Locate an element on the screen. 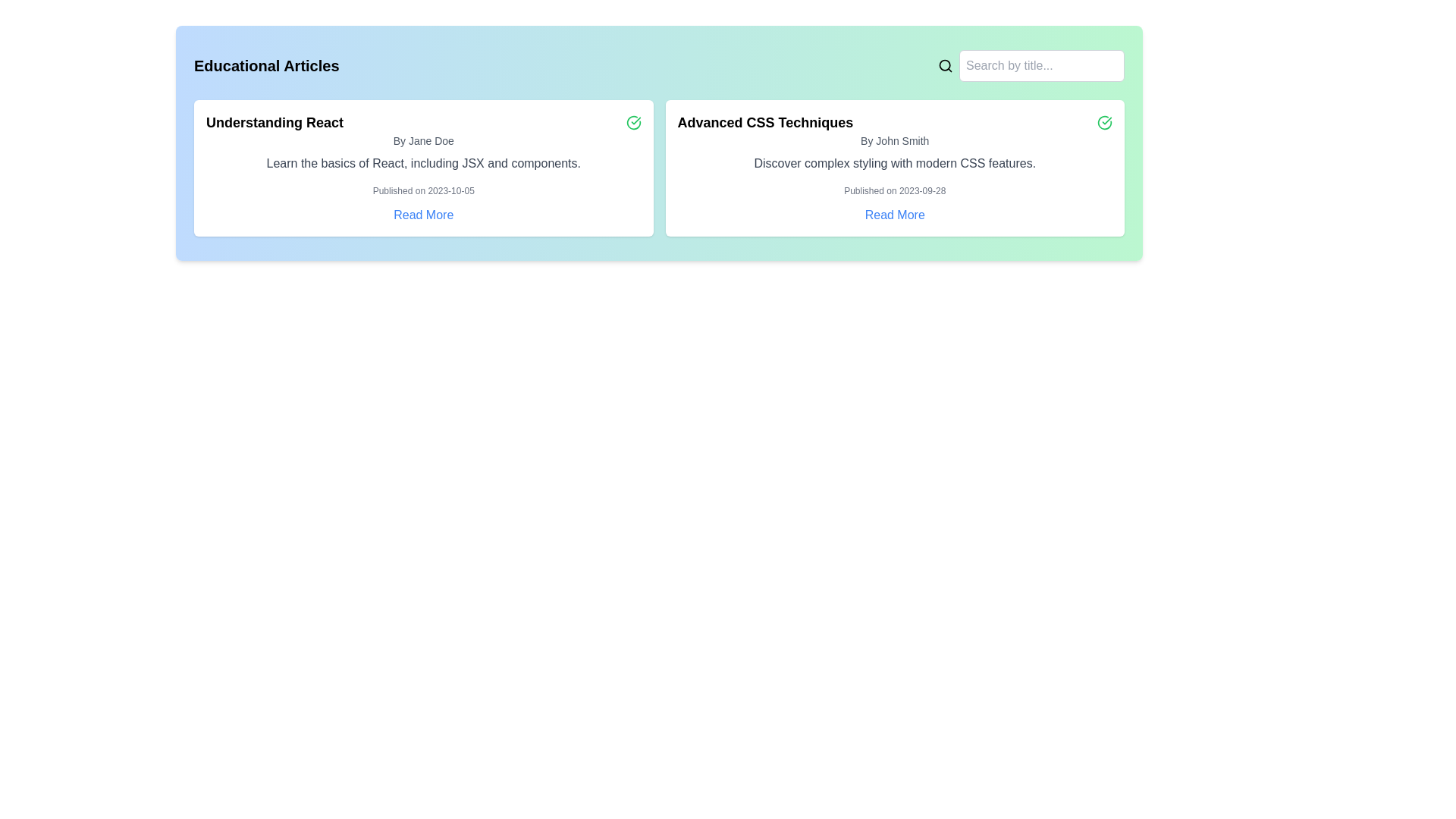 Image resolution: width=1456 pixels, height=819 pixels. textual content of the preview card for the learning article about React, which is located in the leftmost column of the 'Educational Articles' section is located at coordinates (423, 168).